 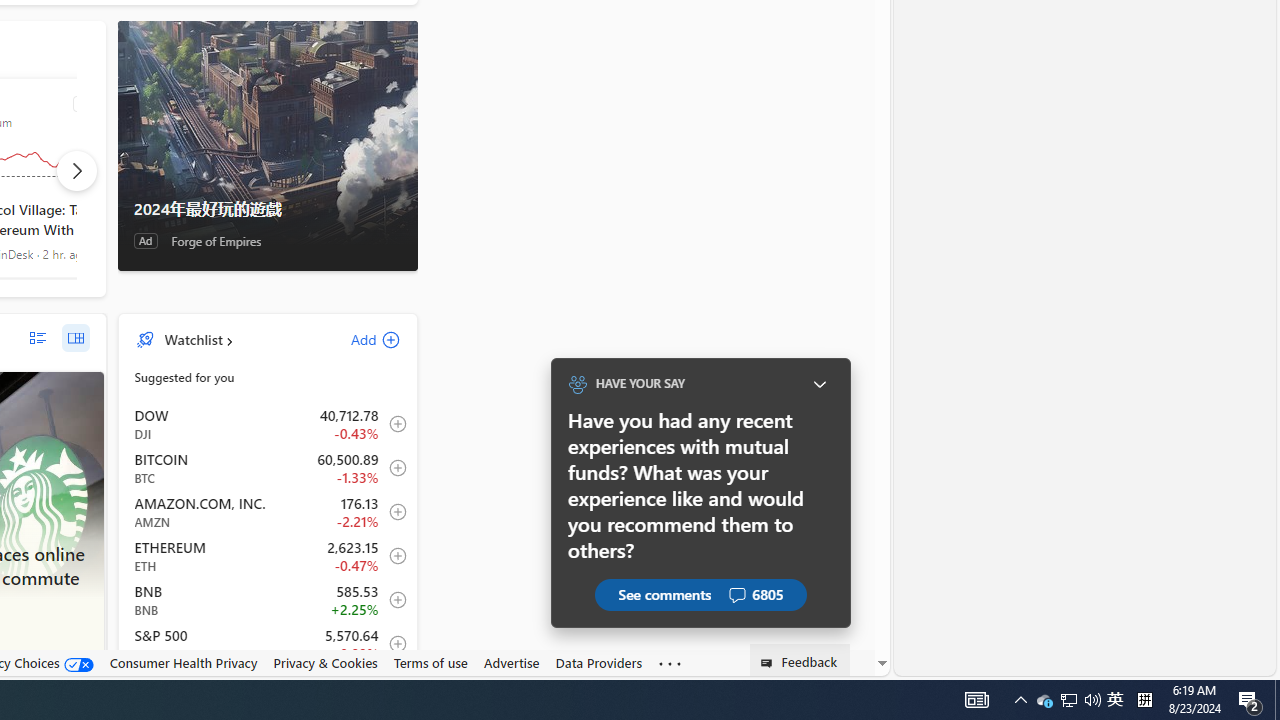 I want to click on 'Consumer Health Privacy', so click(x=183, y=663).